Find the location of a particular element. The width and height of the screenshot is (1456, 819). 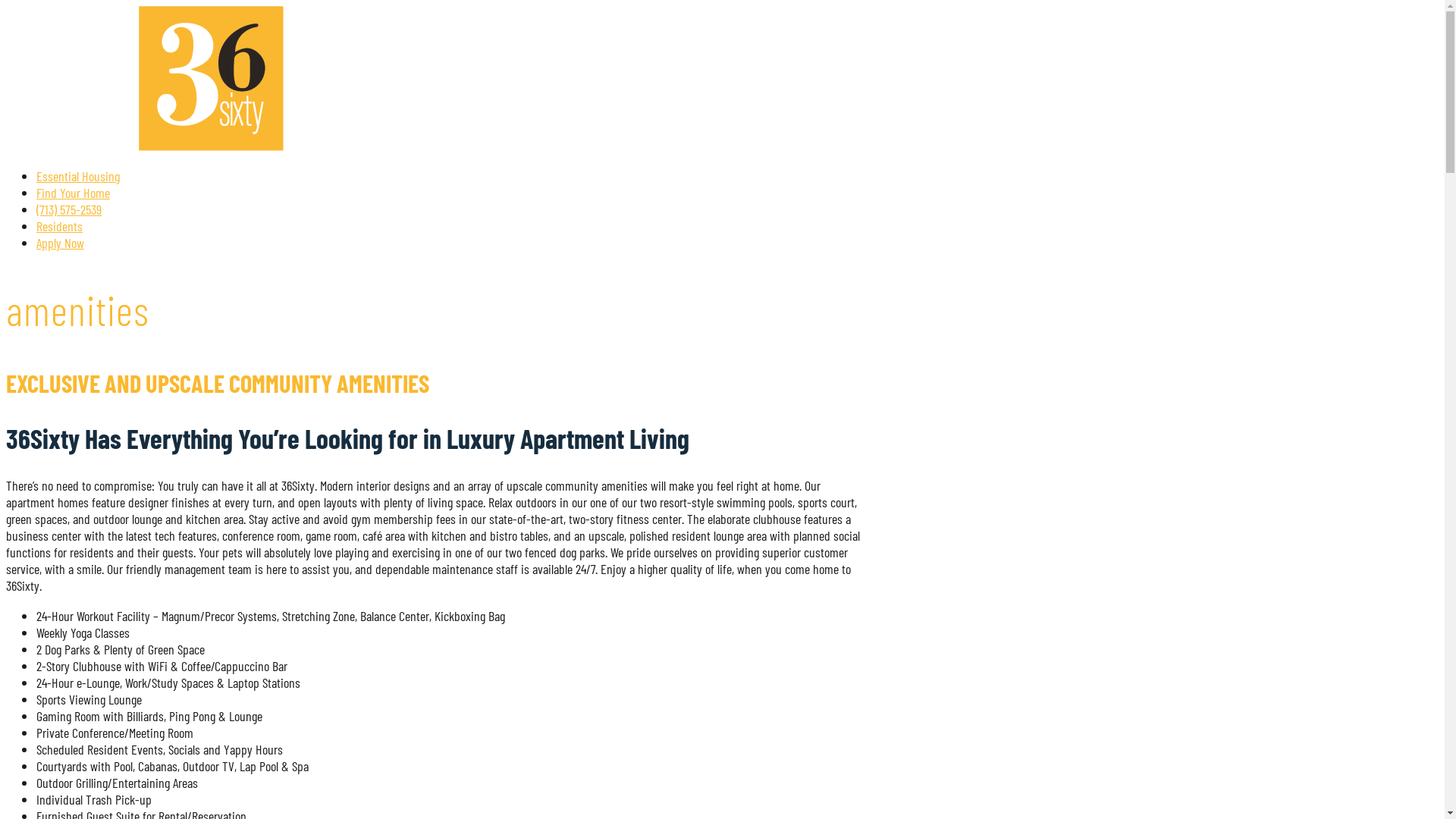

'(713) 575-2539' is located at coordinates (68, 209).